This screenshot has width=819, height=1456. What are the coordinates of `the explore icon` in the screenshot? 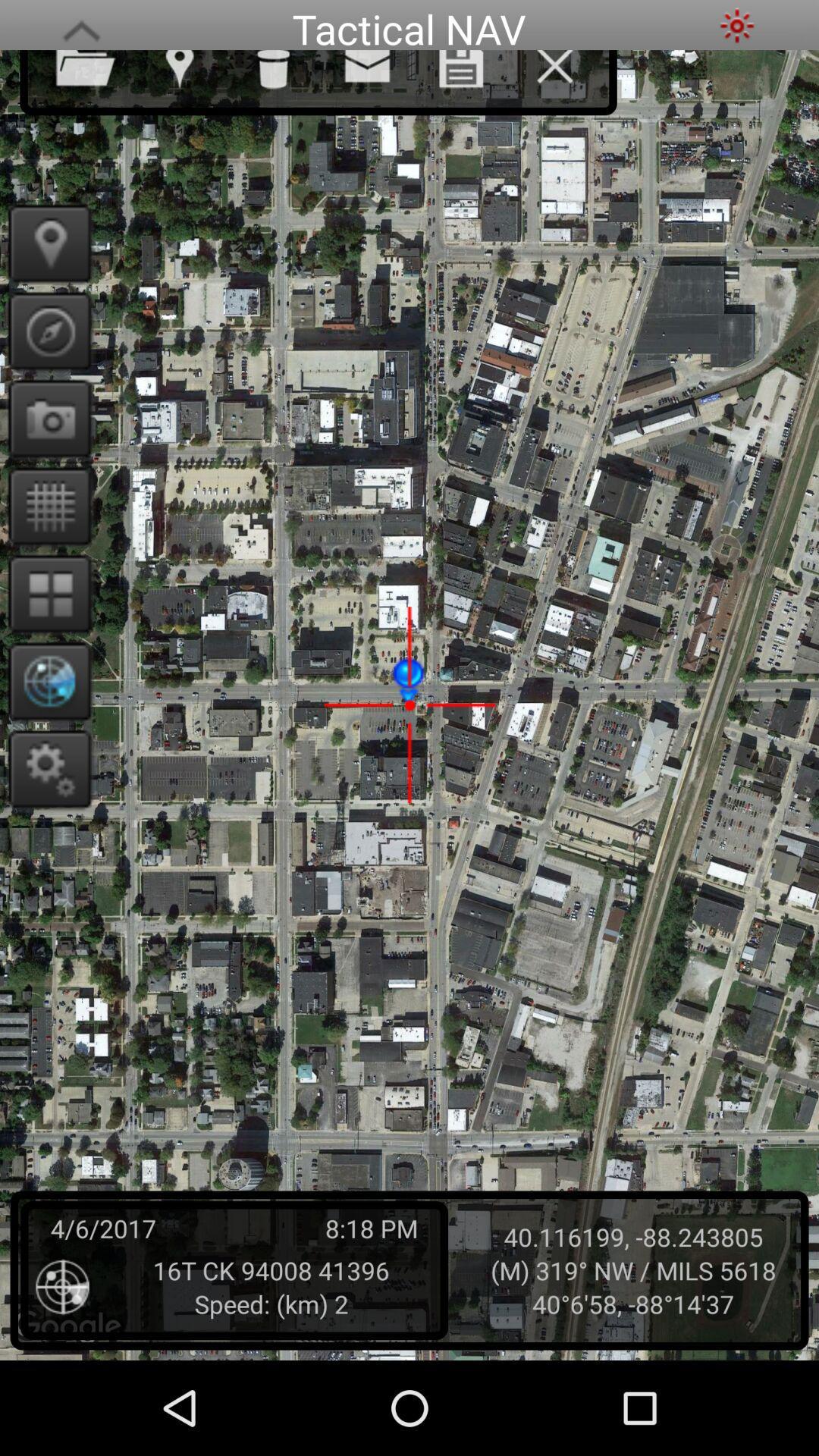 It's located at (44, 353).